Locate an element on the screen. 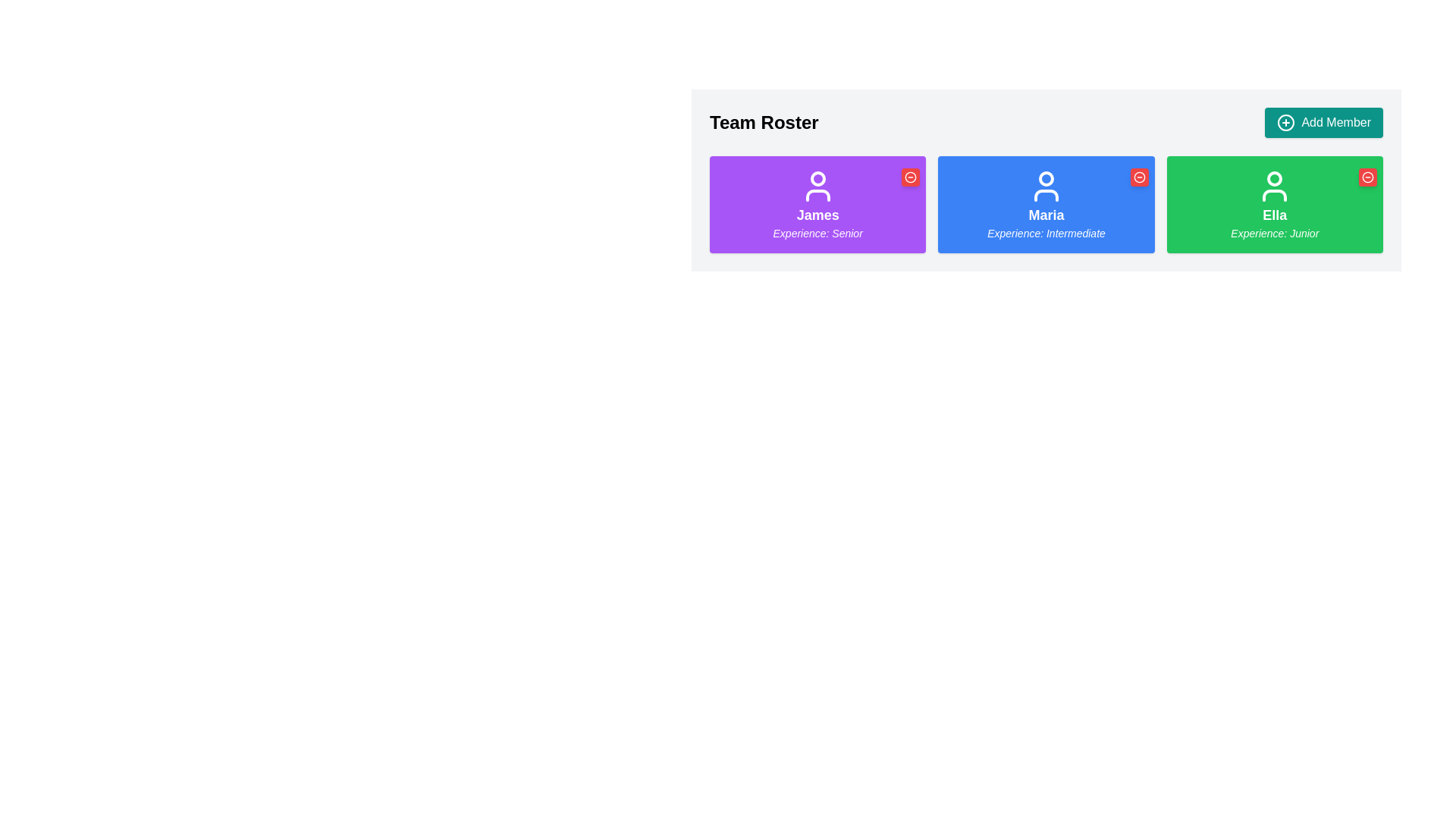 This screenshot has width=1456, height=819. the red circular icon button with a minus sign at the top-right corner of the green card labeled 'Ella' is located at coordinates (1368, 177).